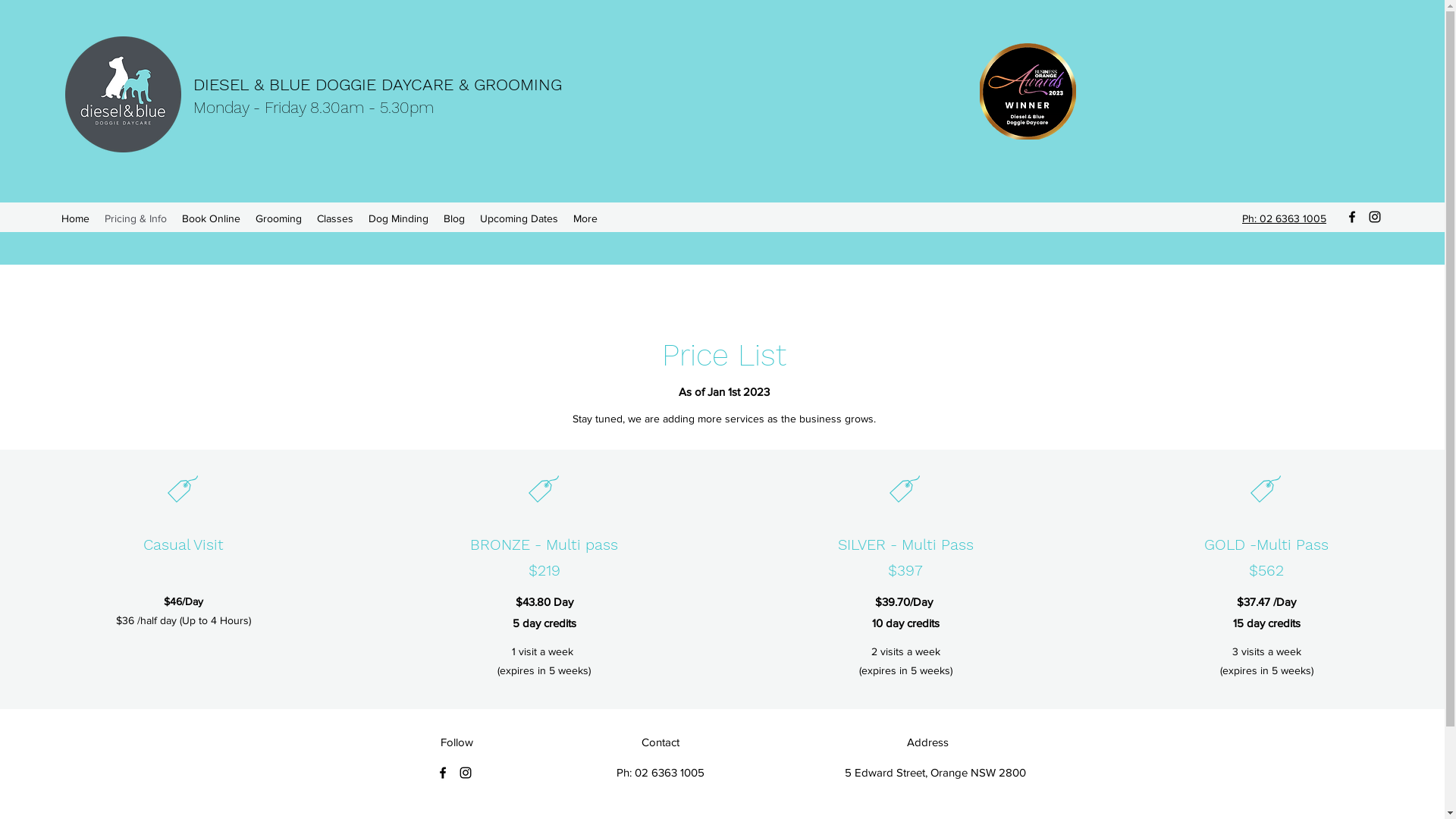 This screenshot has height=819, width=1456. Describe the element at coordinates (1283, 218) in the screenshot. I see `'Ph: 02 6363 1005'` at that location.